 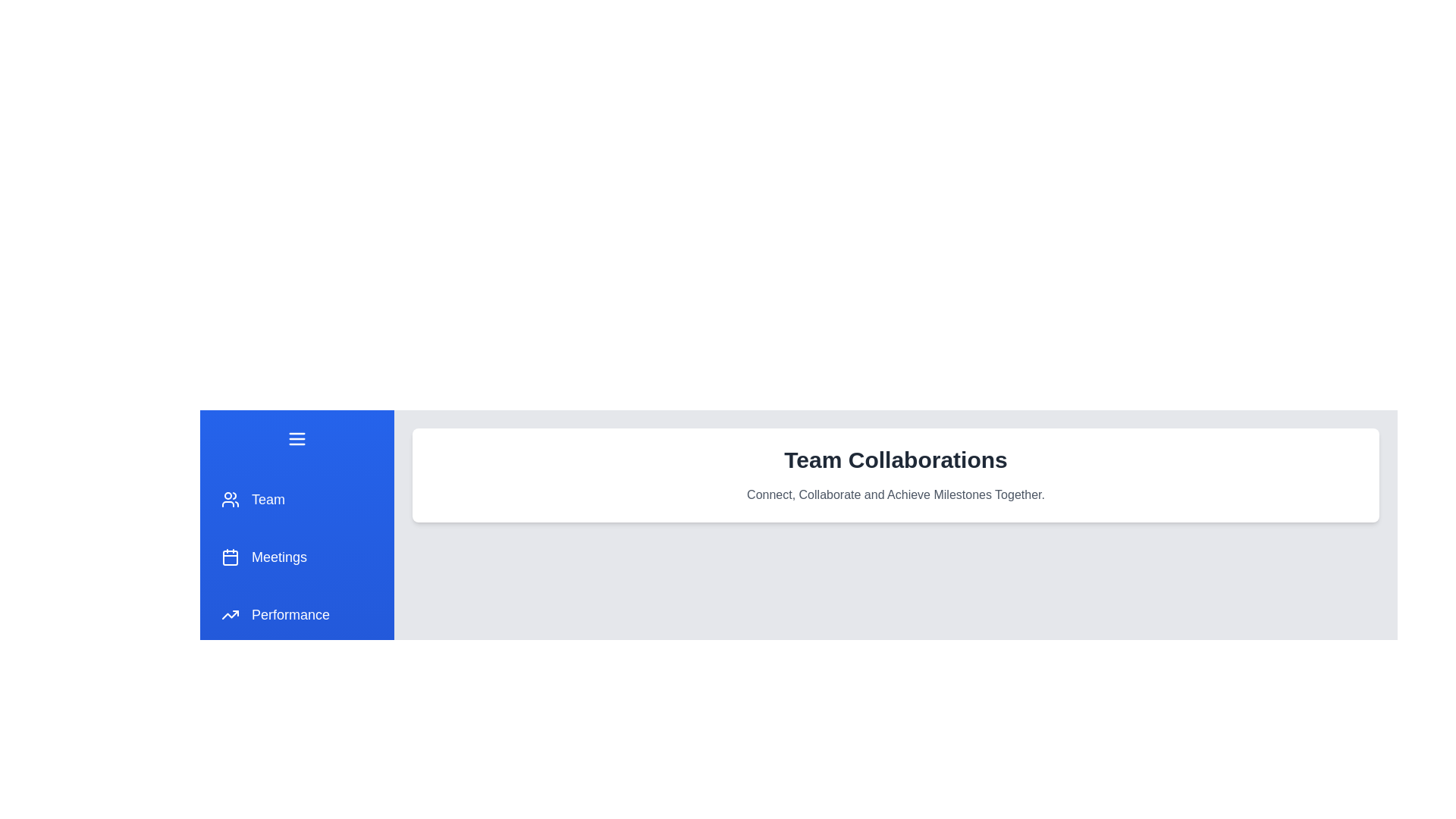 What do you see at coordinates (297, 614) in the screenshot?
I see `the menu item Performance from the drawer` at bounding box center [297, 614].